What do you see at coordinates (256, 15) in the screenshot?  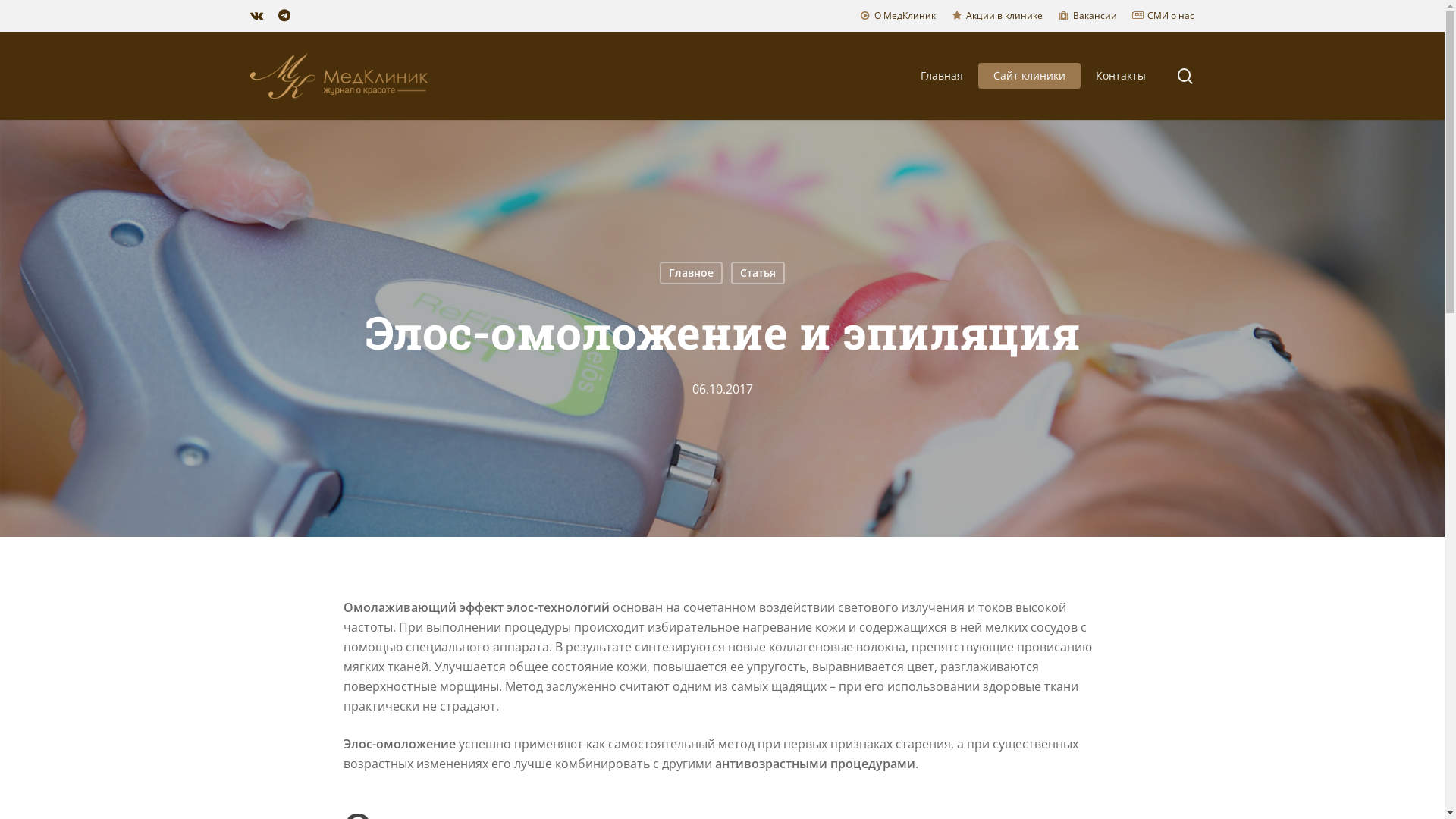 I see `'vk'` at bounding box center [256, 15].